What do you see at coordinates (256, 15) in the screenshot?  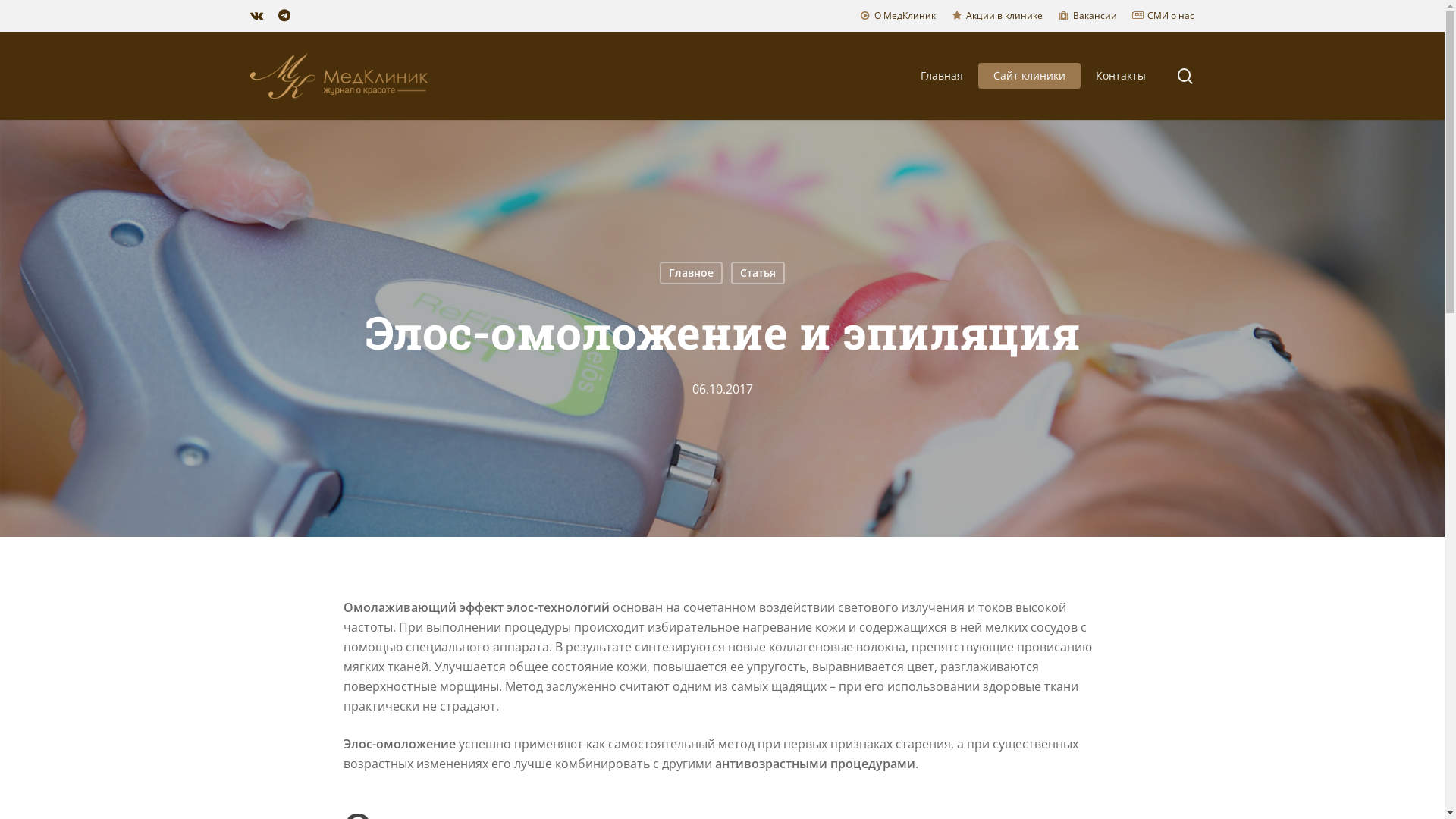 I see `'vk'` at bounding box center [256, 15].